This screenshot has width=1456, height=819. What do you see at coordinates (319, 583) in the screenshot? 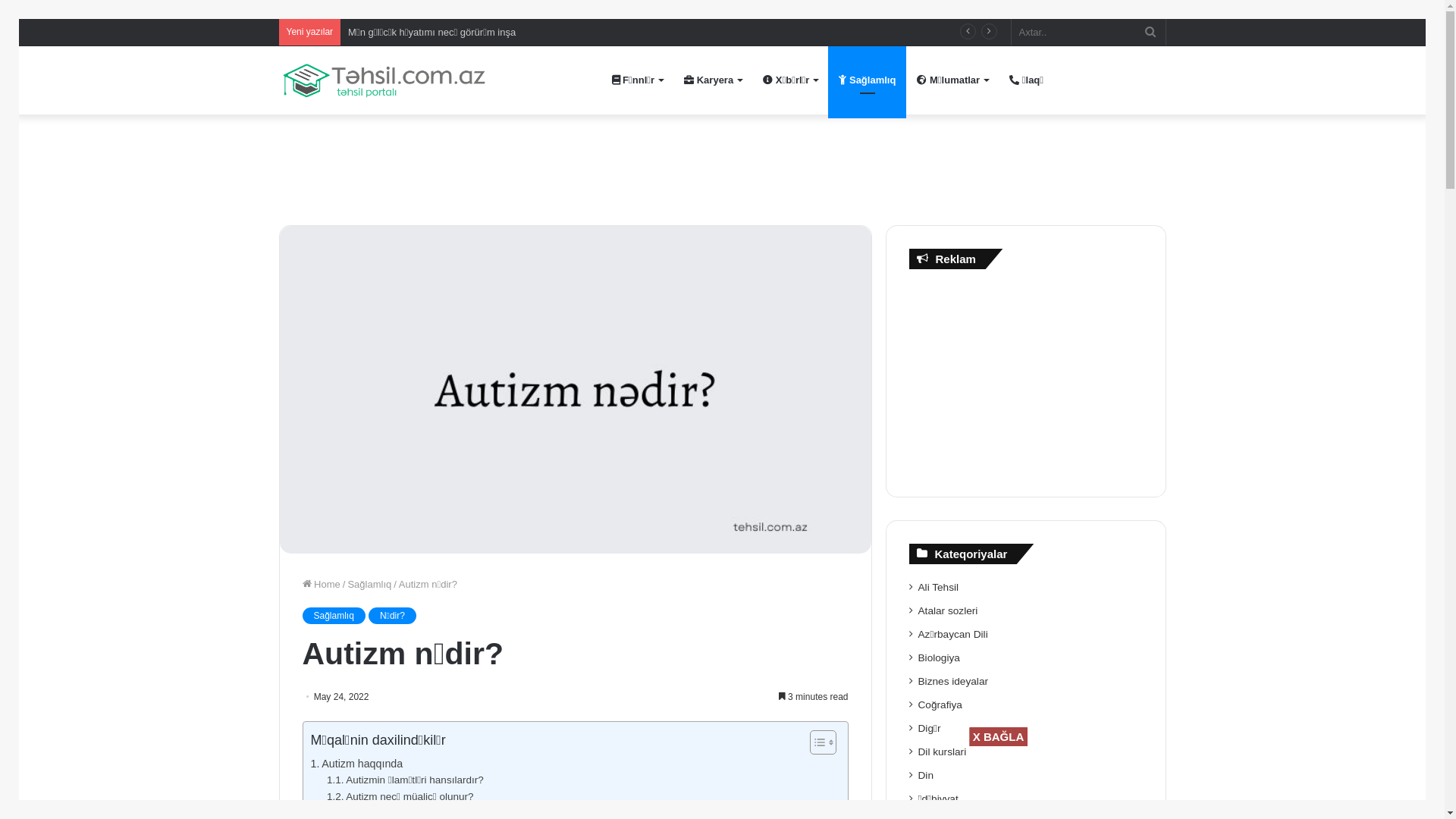
I see `'Home'` at bounding box center [319, 583].